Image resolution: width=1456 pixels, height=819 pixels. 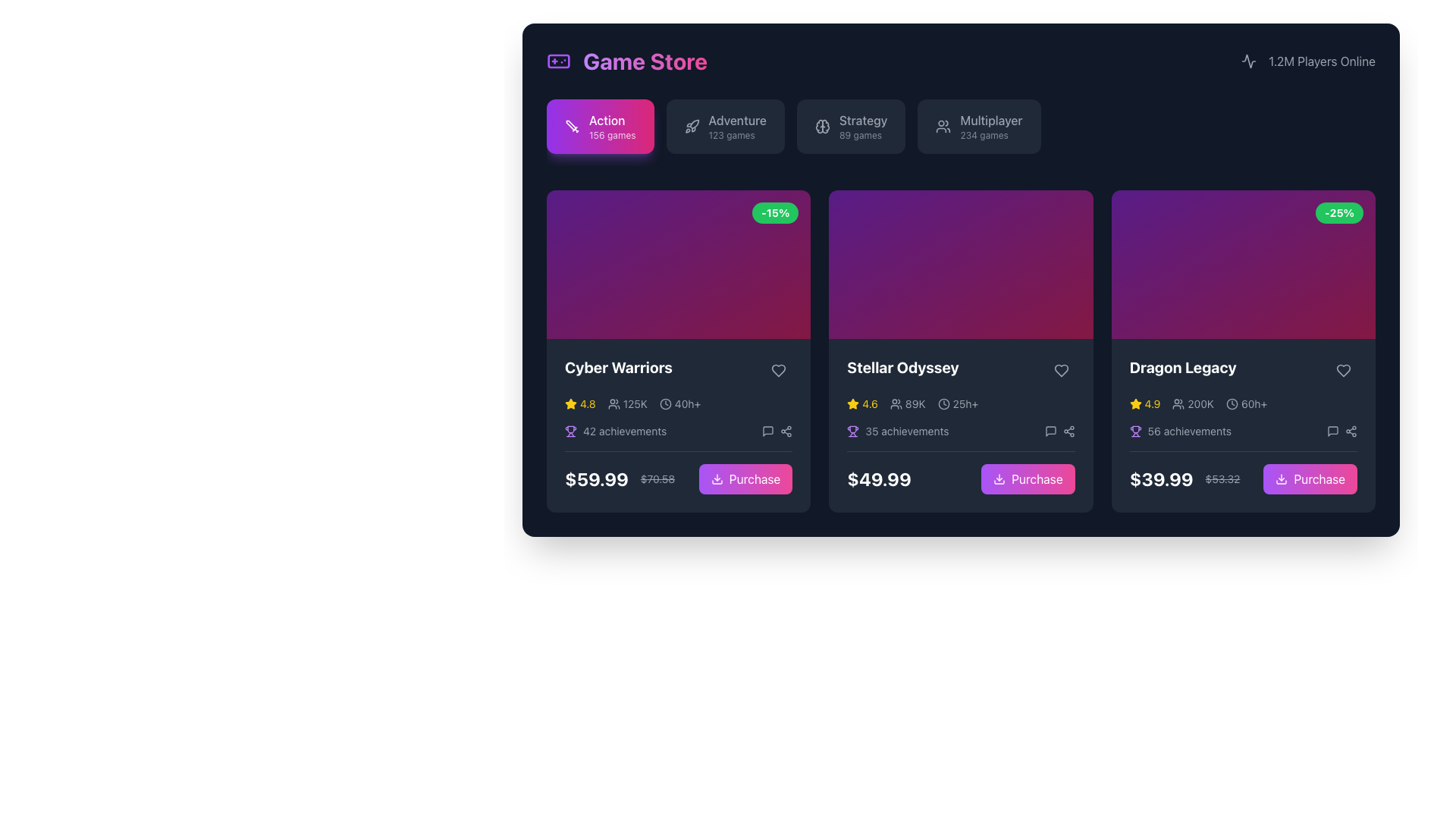 What do you see at coordinates (775, 213) in the screenshot?
I see `the discount percentage label indicating a 15% price reduction, located in the top-right corner of the first card in a three-card layout` at bounding box center [775, 213].